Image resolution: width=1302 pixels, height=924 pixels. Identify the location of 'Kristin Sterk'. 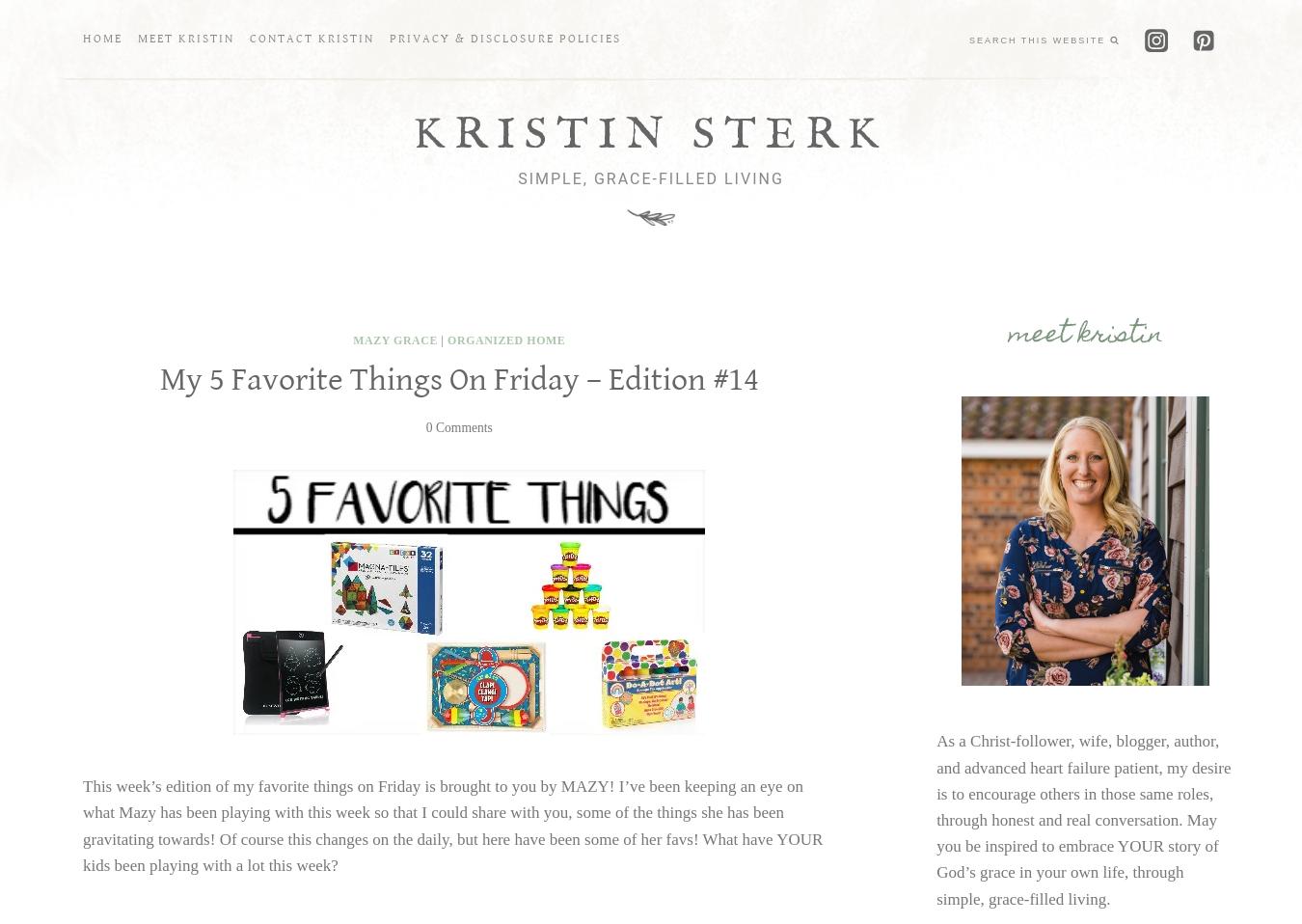
(651, 134).